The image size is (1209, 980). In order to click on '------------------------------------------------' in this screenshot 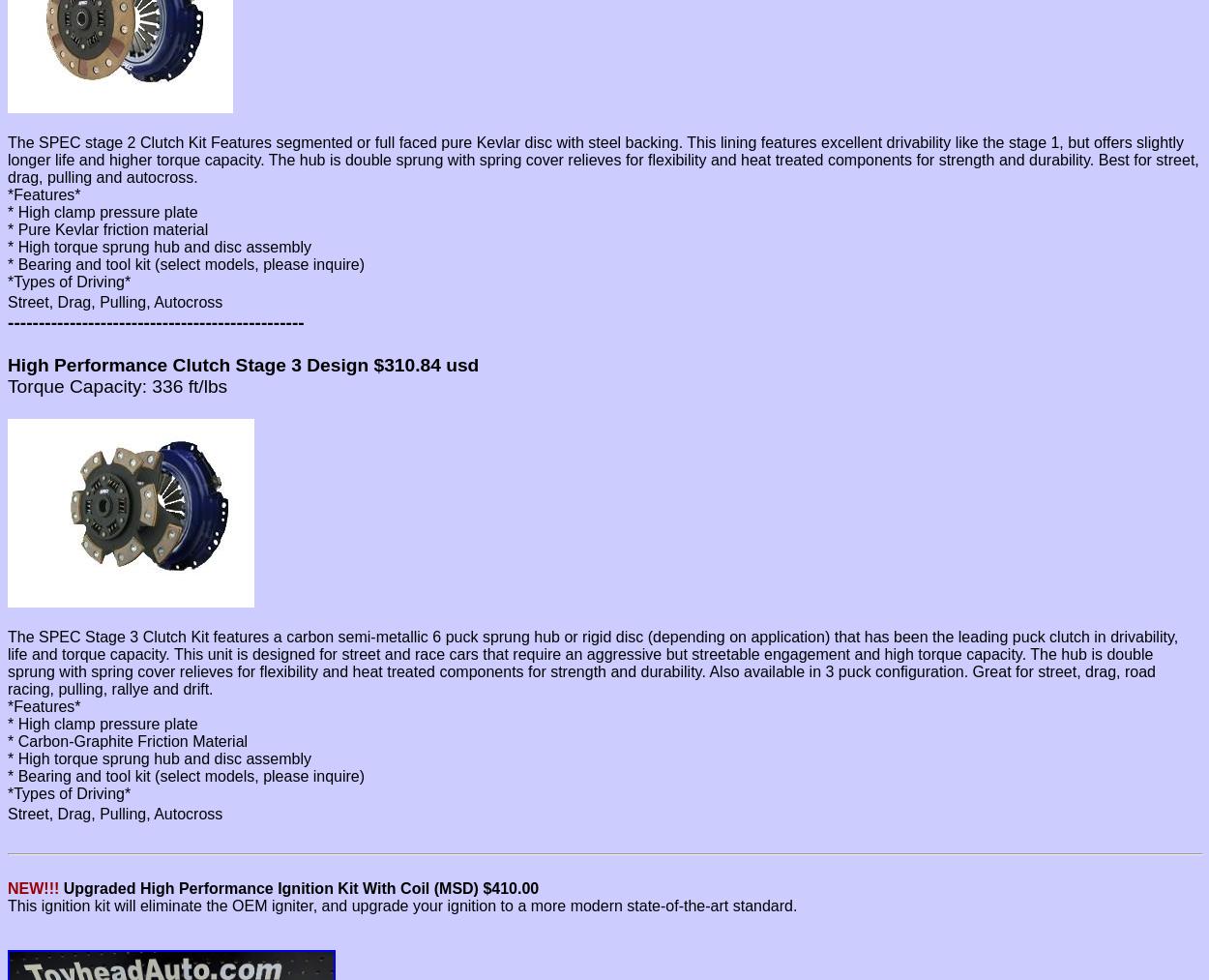, I will do `click(156, 322)`.